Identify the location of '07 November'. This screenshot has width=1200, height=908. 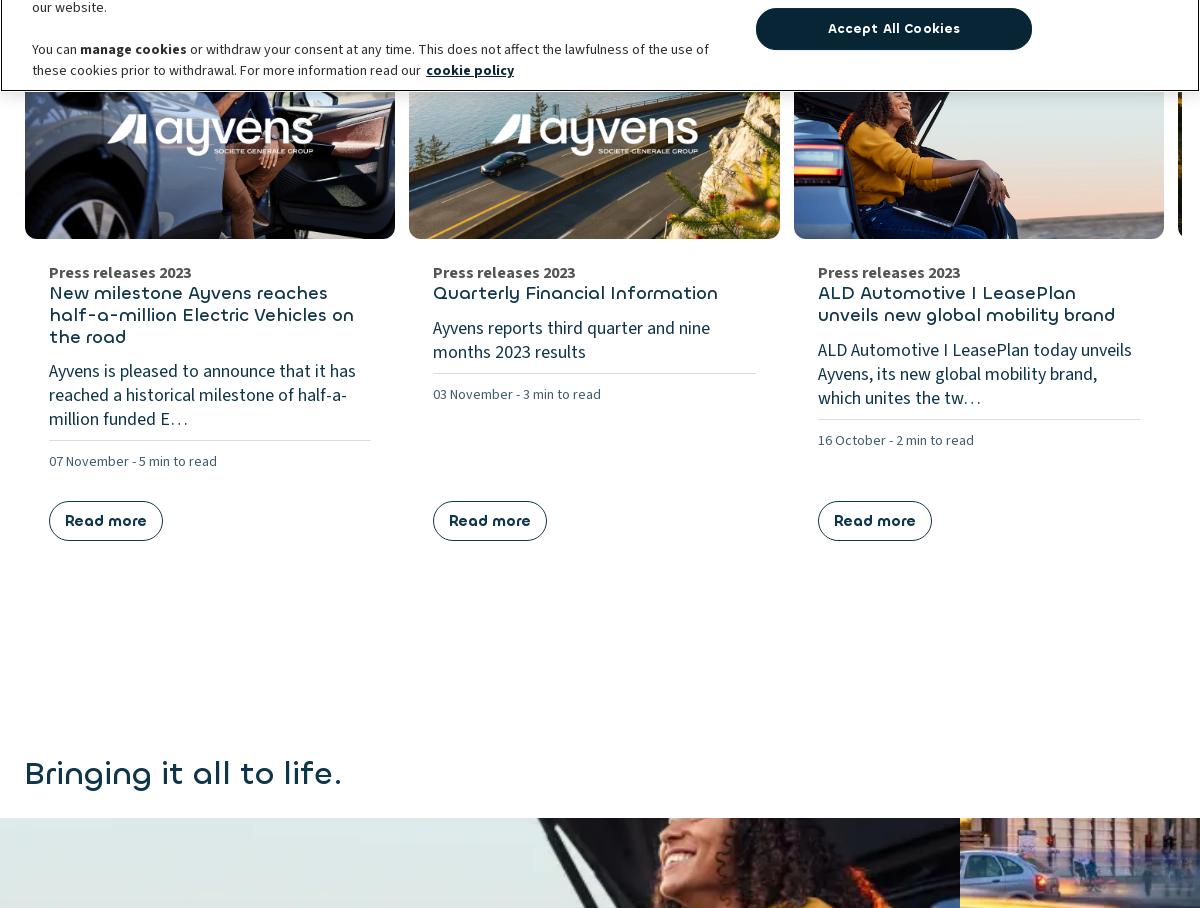
(89, 460).